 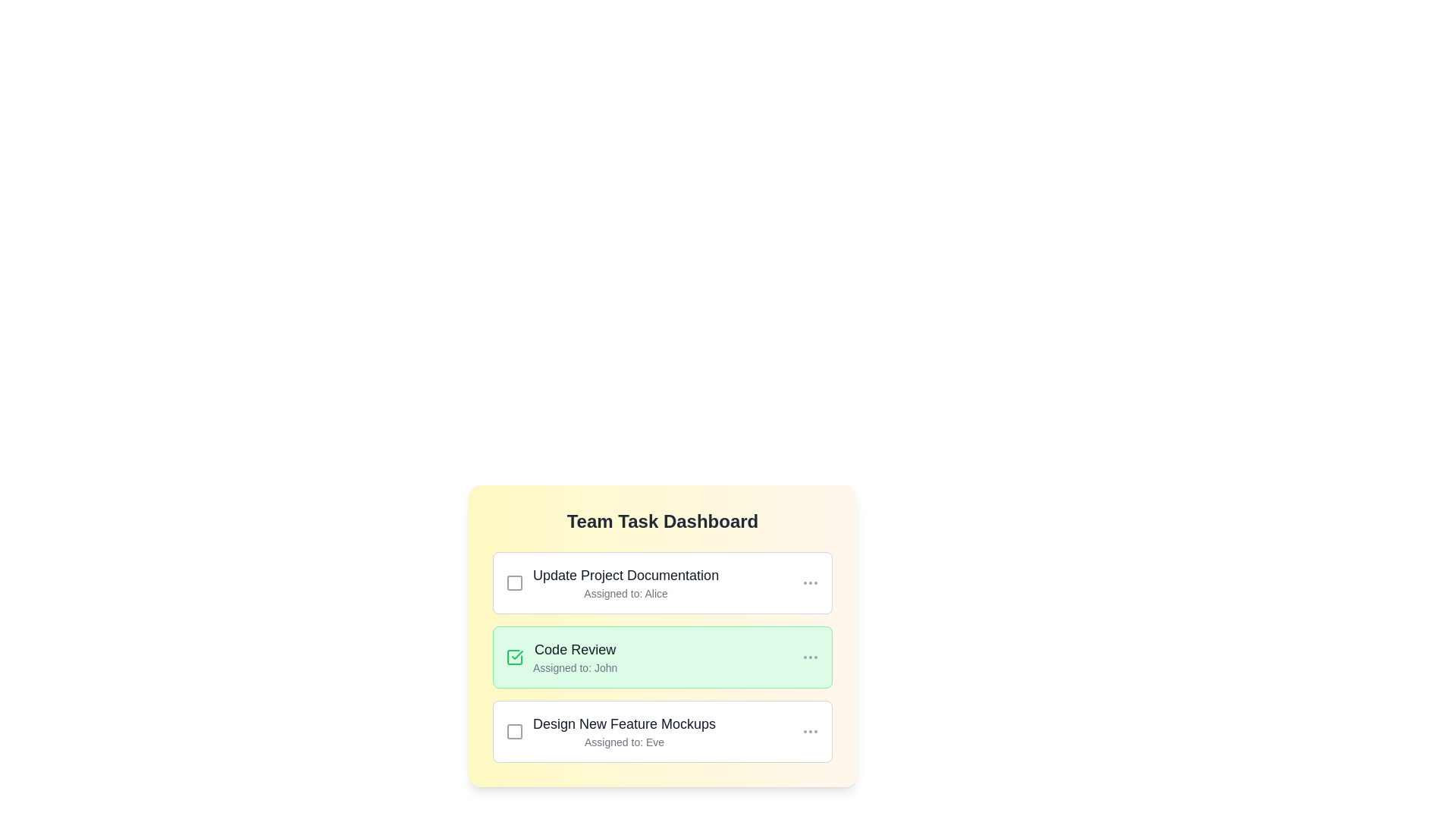 I want to click on the 'More' button for the task 'Update Project Documentation', so click(x=810, y=582).